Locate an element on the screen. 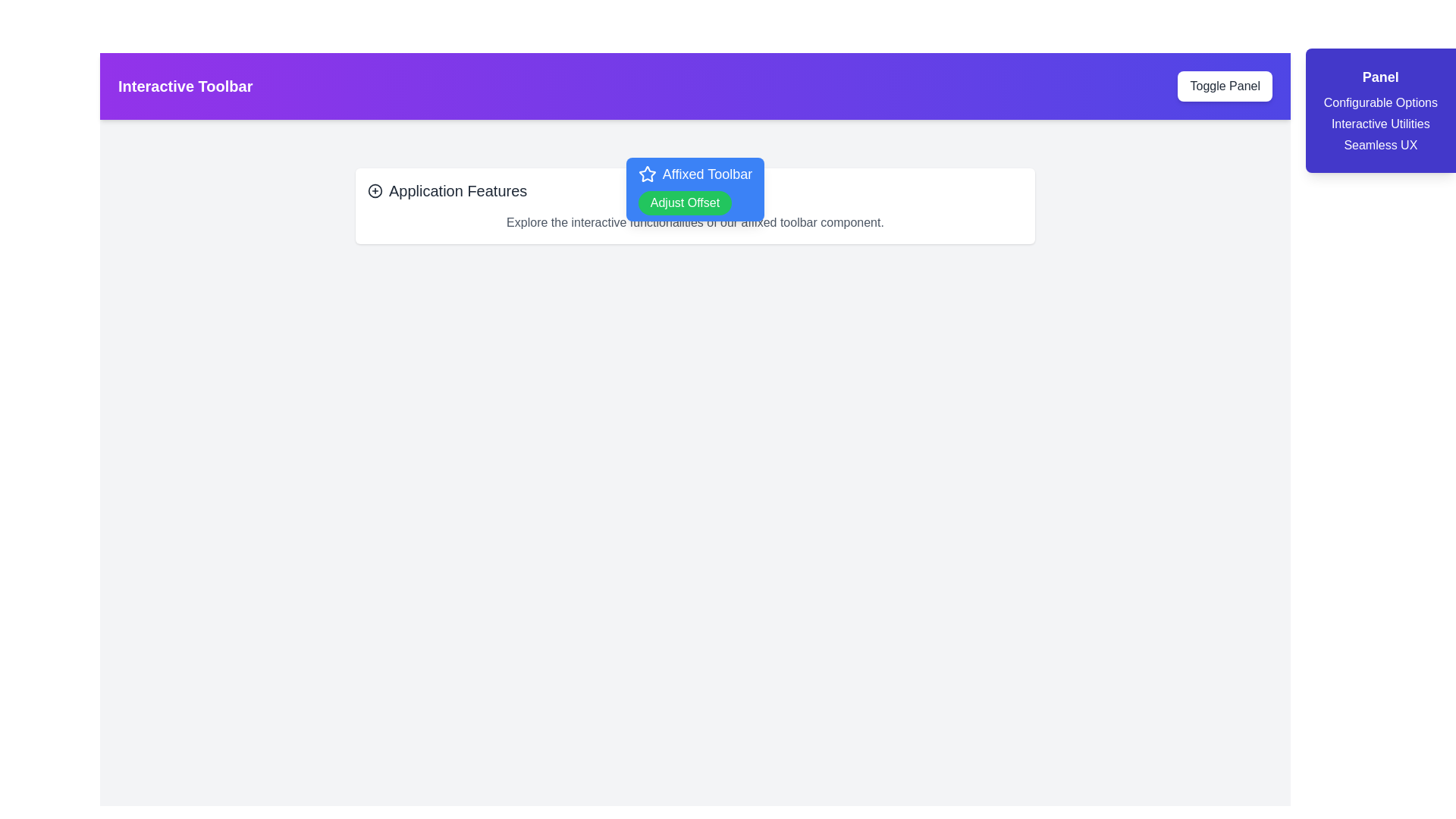 The image size is (1456, 819). the descriptive label located at the top-right of the sidebar panel, which is the first entry among 'Configurable Options', 'Interactive Utilities', and 'Seamless UX' is located at coordinates (1380, 102).